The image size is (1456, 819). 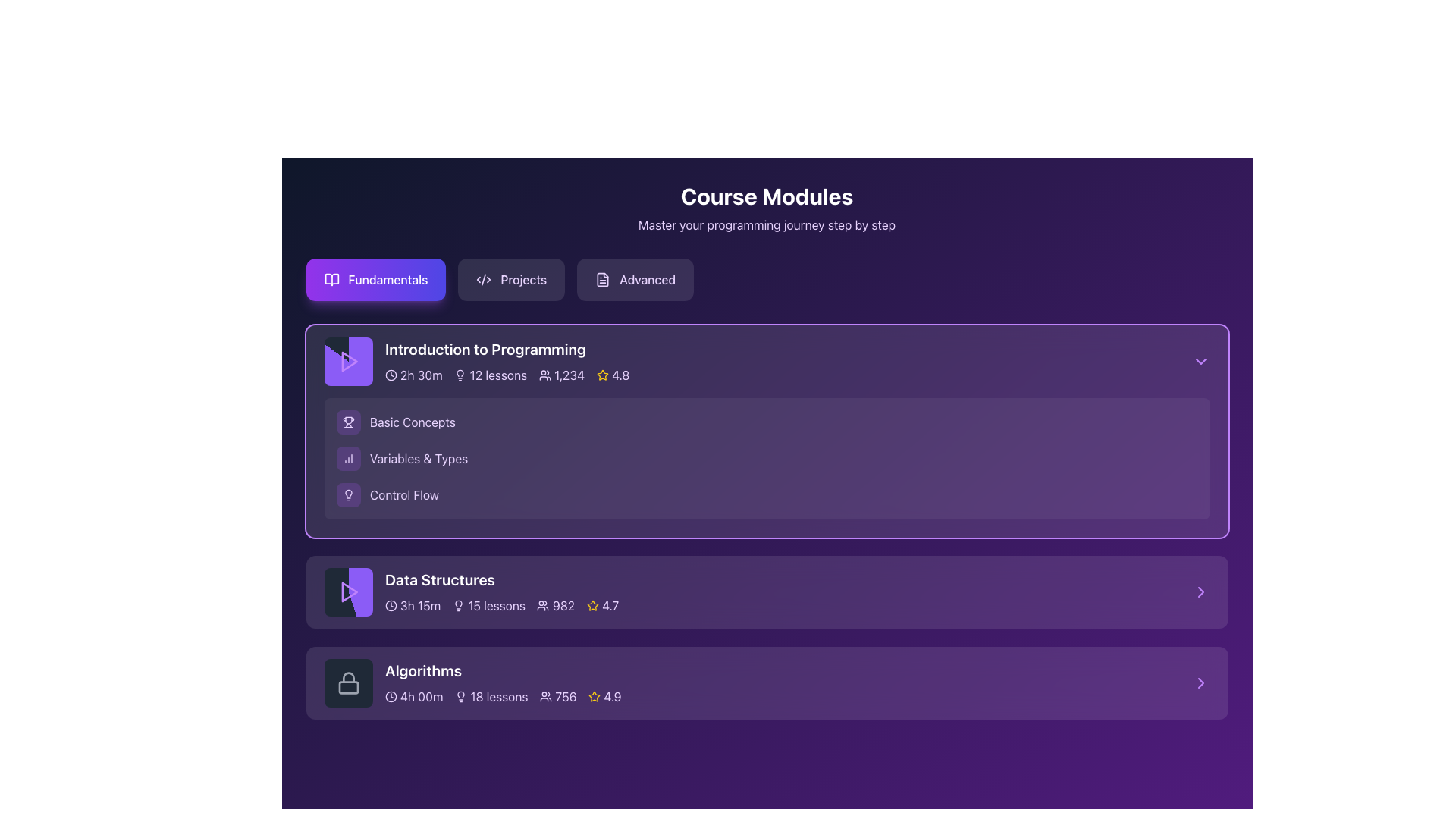 What do you see at coordinates (491, 696) in the screenshot?
I see `the lightbulb icon followed by the text '18 lessons' in the 'Algorithms' course card, which is the second item in the horizontal list of course information` at bounding box center [491, 696].